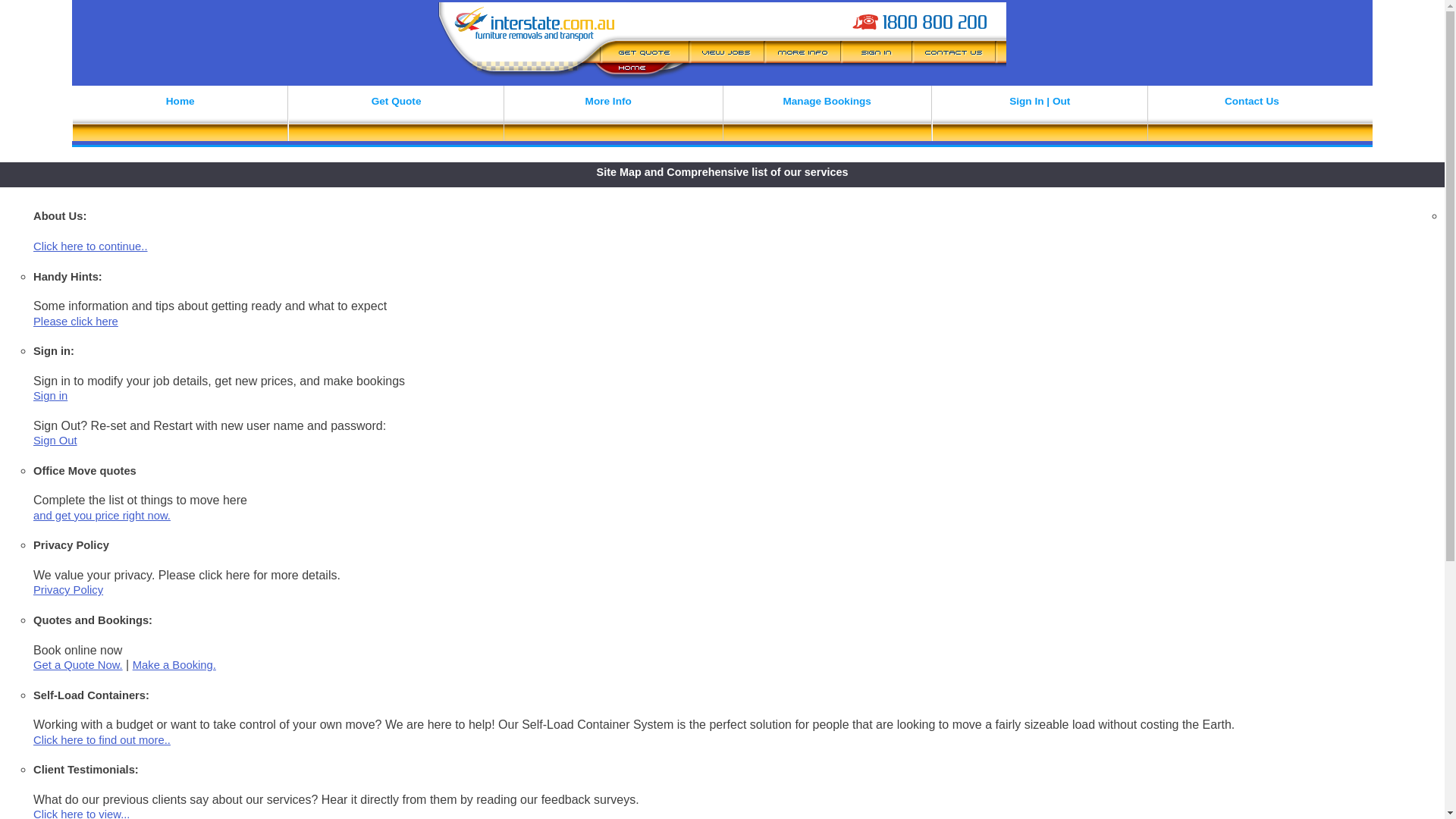 The height and width of the screenshot is (819, 1456). What do you see at coordinates (101, 739) in the screenshot?
I see `'Click here to find out more..'` at bounding box center [101, 739].